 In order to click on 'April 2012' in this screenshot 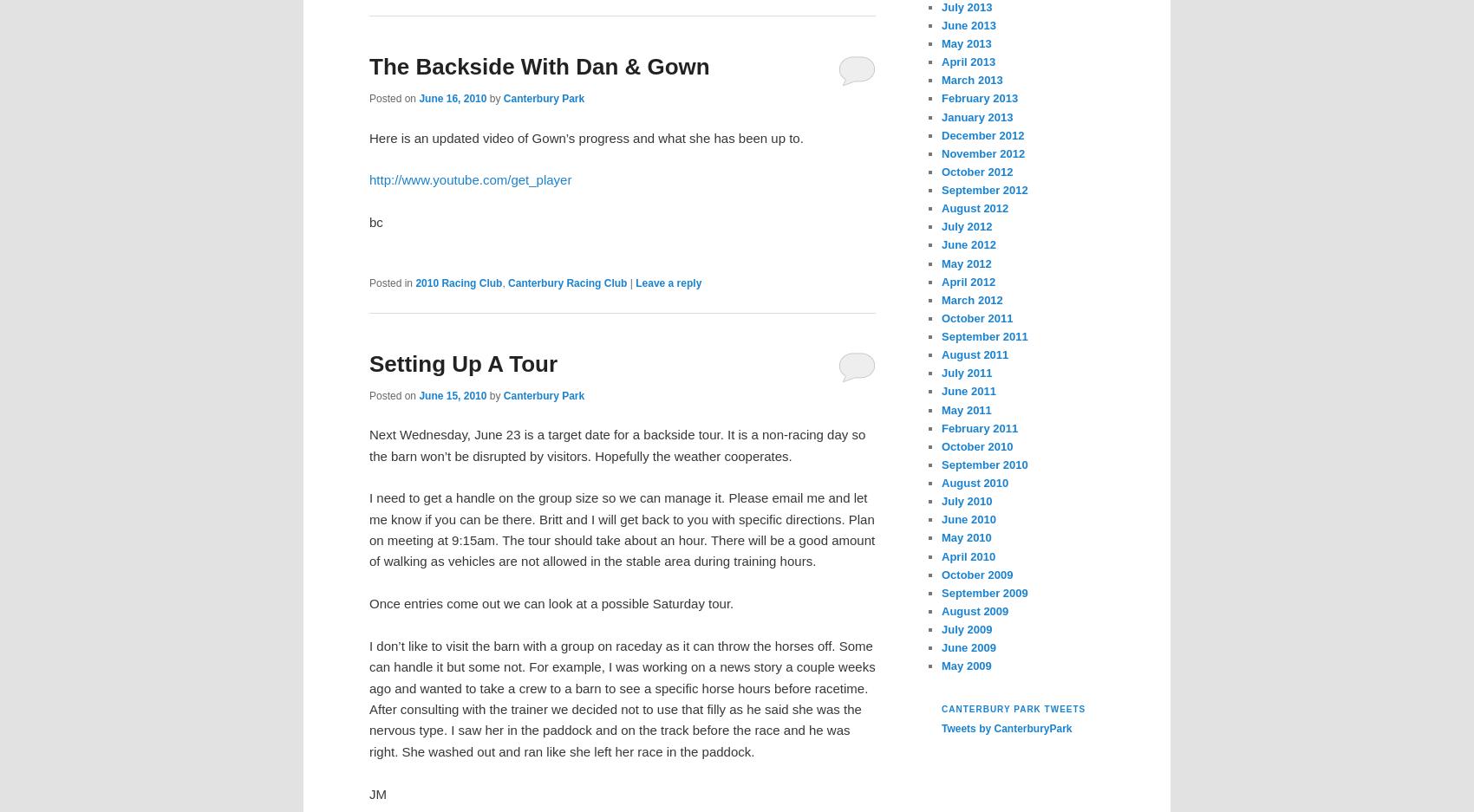, I will do `click(969, 280)`.